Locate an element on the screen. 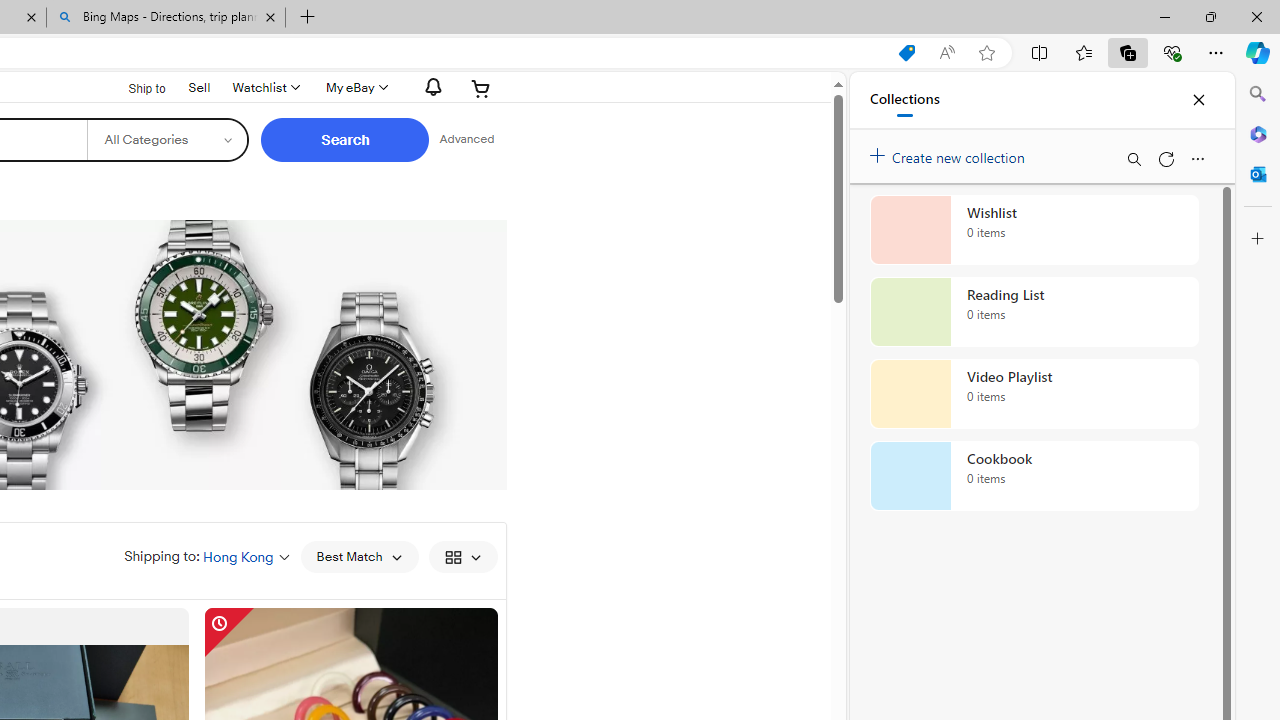 This screenshot has width=1280, height=720. 'View: Gallery View' is located at coordinates (461, 556).